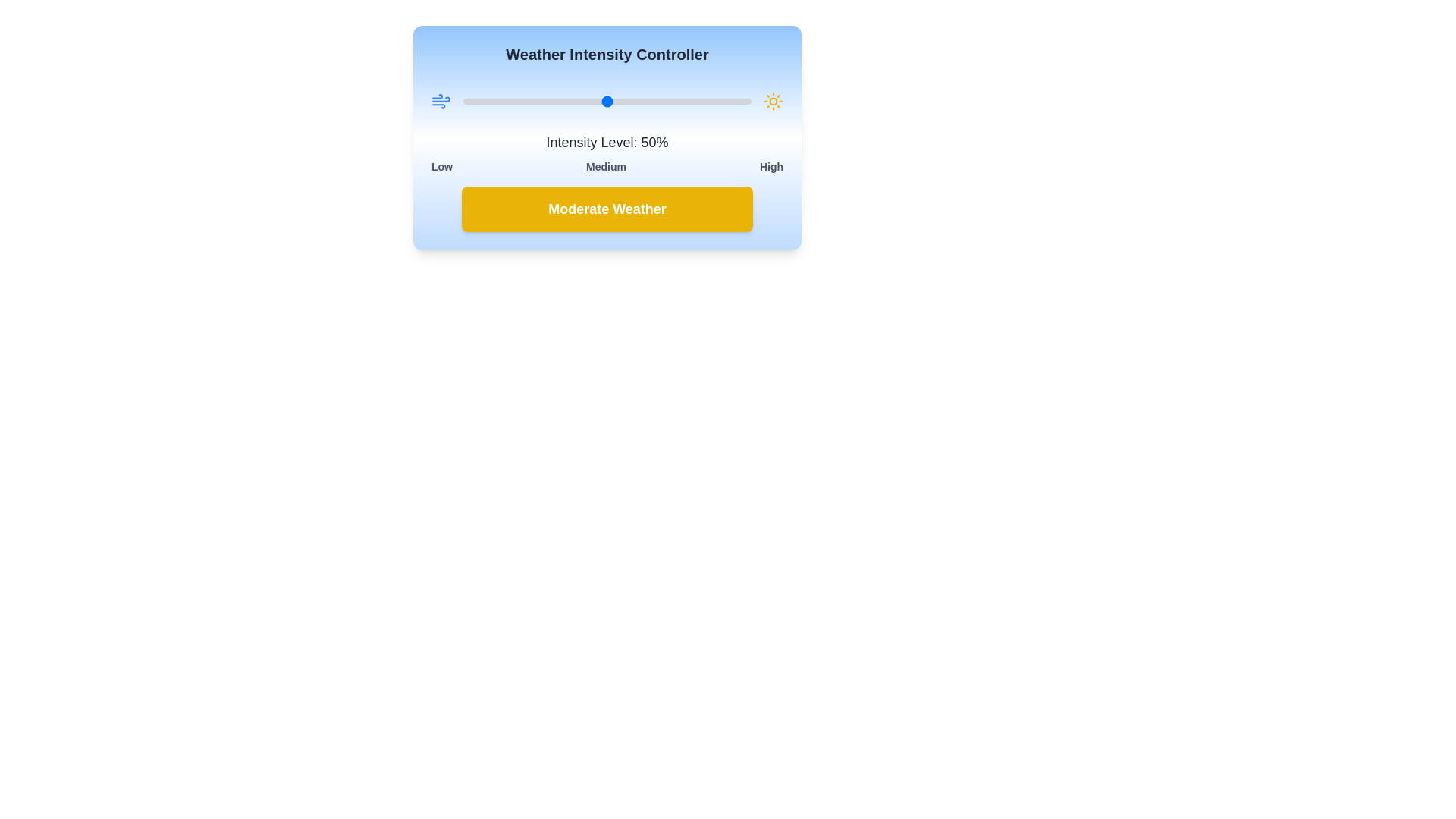 This screenshot has width=1456, height=819. I want to click on the slider to set the weather intensity to 71%, so click(667, 102).